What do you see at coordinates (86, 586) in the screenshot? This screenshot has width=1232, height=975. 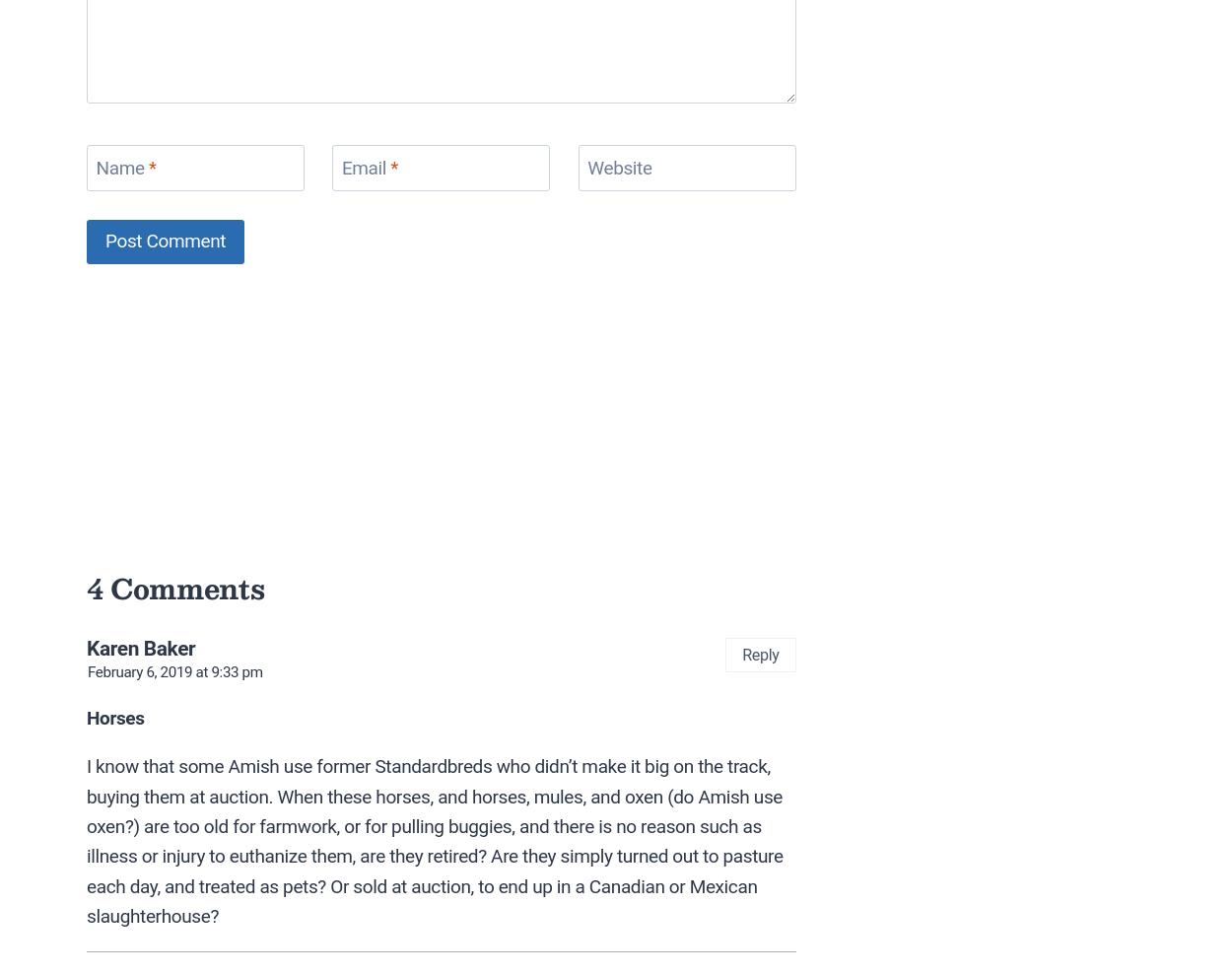 I see `'4 Comments'` at bounding box center [86, 586].